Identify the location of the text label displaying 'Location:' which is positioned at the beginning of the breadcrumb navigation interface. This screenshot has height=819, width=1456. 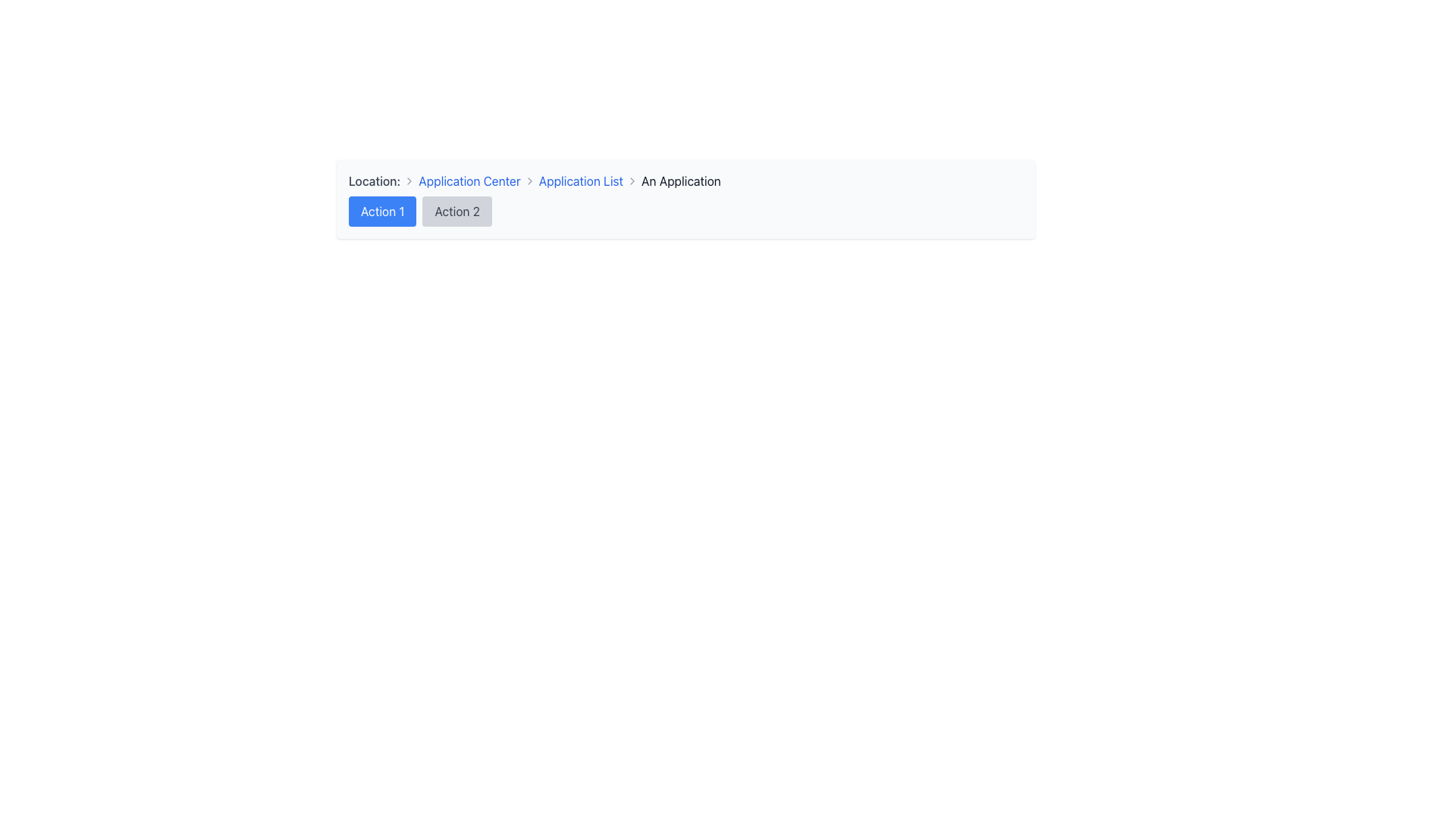
(375, 180).